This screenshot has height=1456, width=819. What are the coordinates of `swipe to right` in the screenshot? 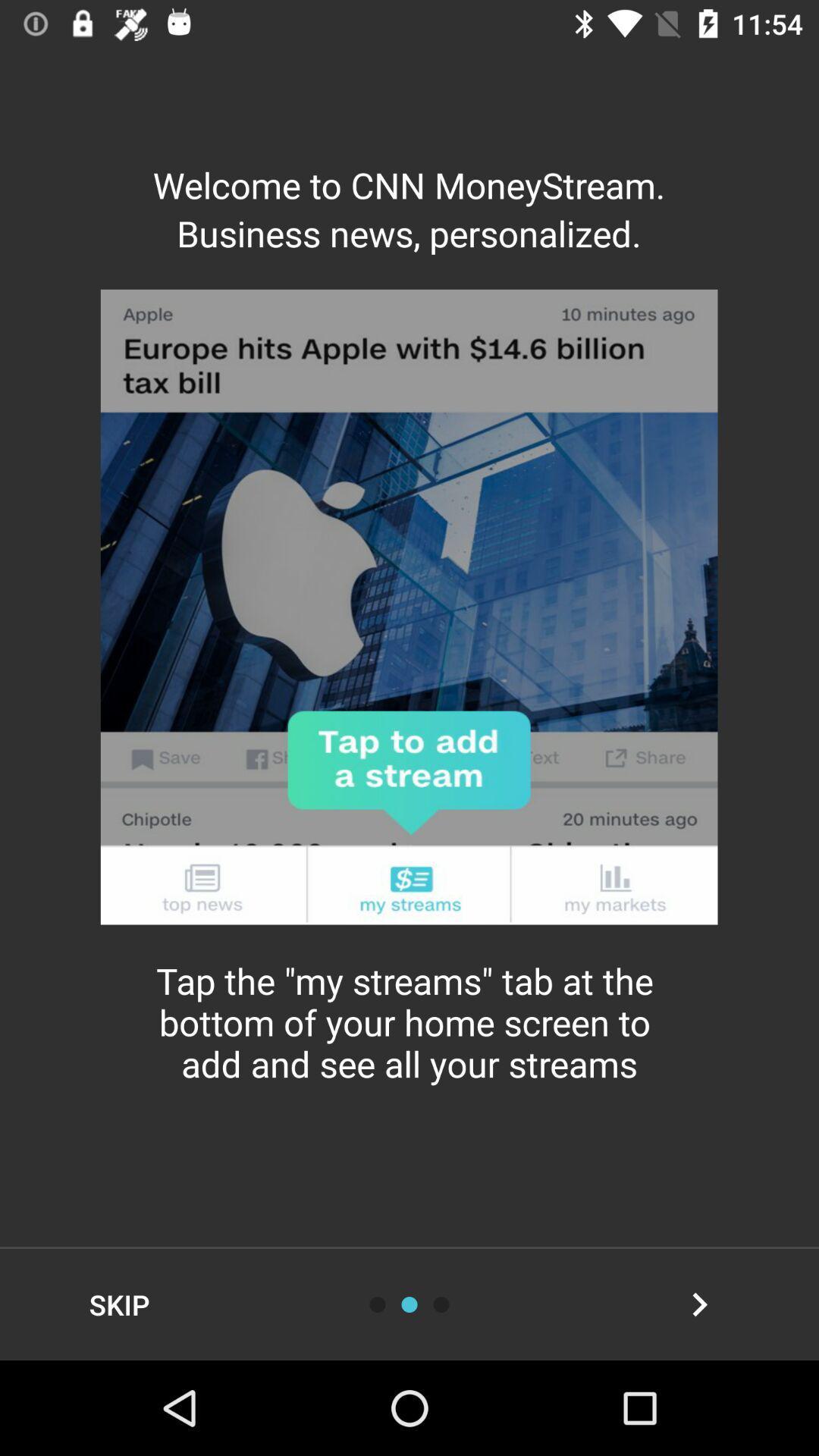 It's located at (441, 1304).